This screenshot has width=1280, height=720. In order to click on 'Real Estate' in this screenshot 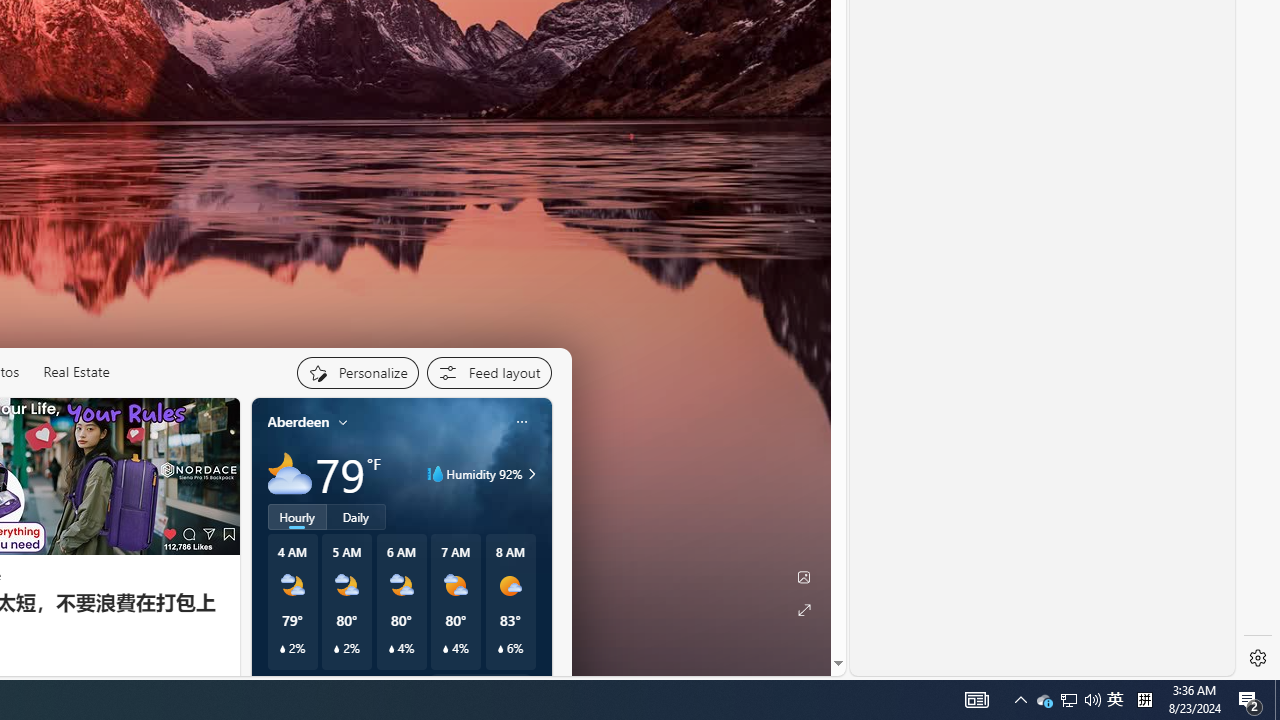, I will do `click(76, 371)`.